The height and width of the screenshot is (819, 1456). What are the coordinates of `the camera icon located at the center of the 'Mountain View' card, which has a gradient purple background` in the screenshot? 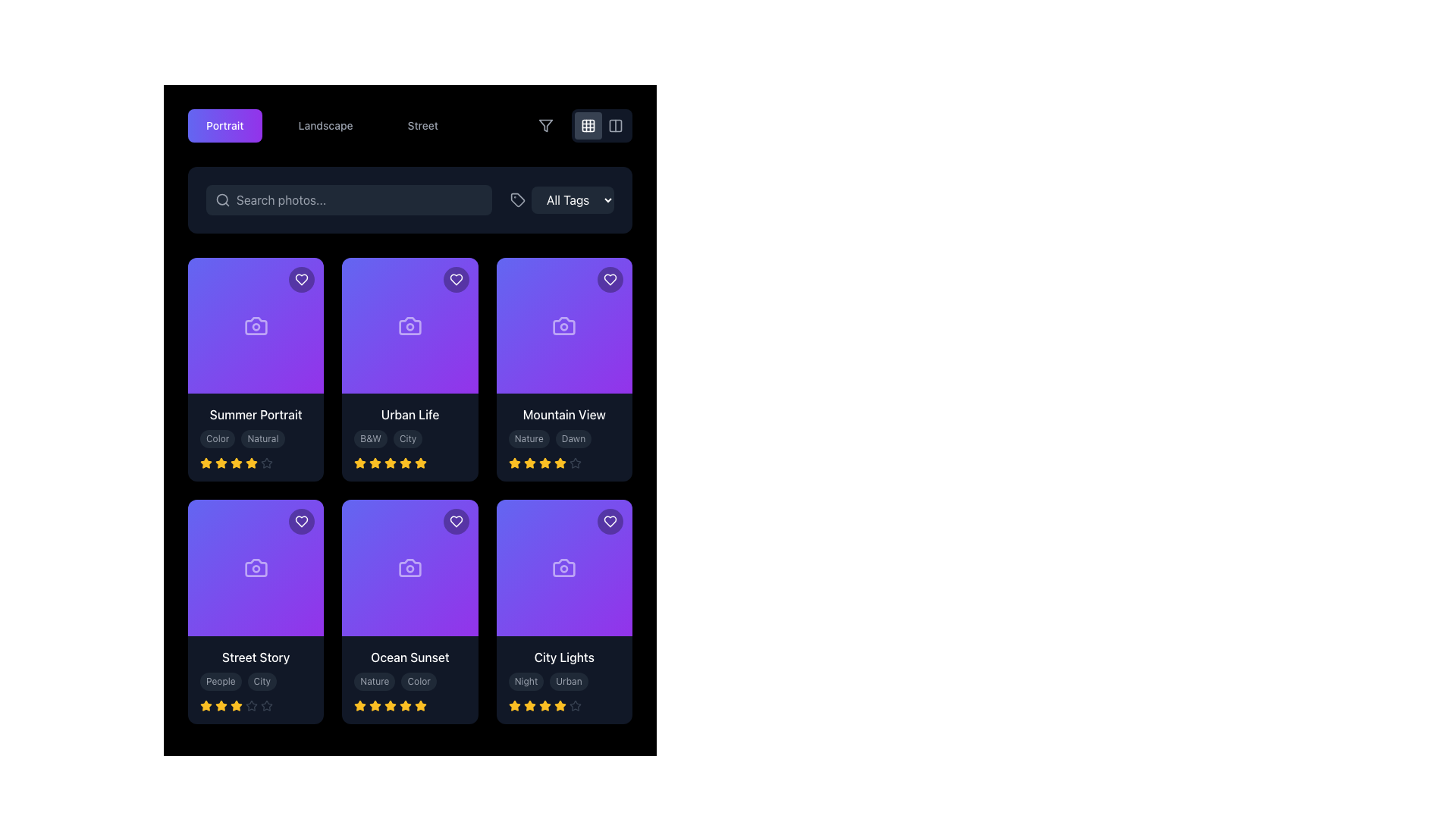 It's located at (563, 325).